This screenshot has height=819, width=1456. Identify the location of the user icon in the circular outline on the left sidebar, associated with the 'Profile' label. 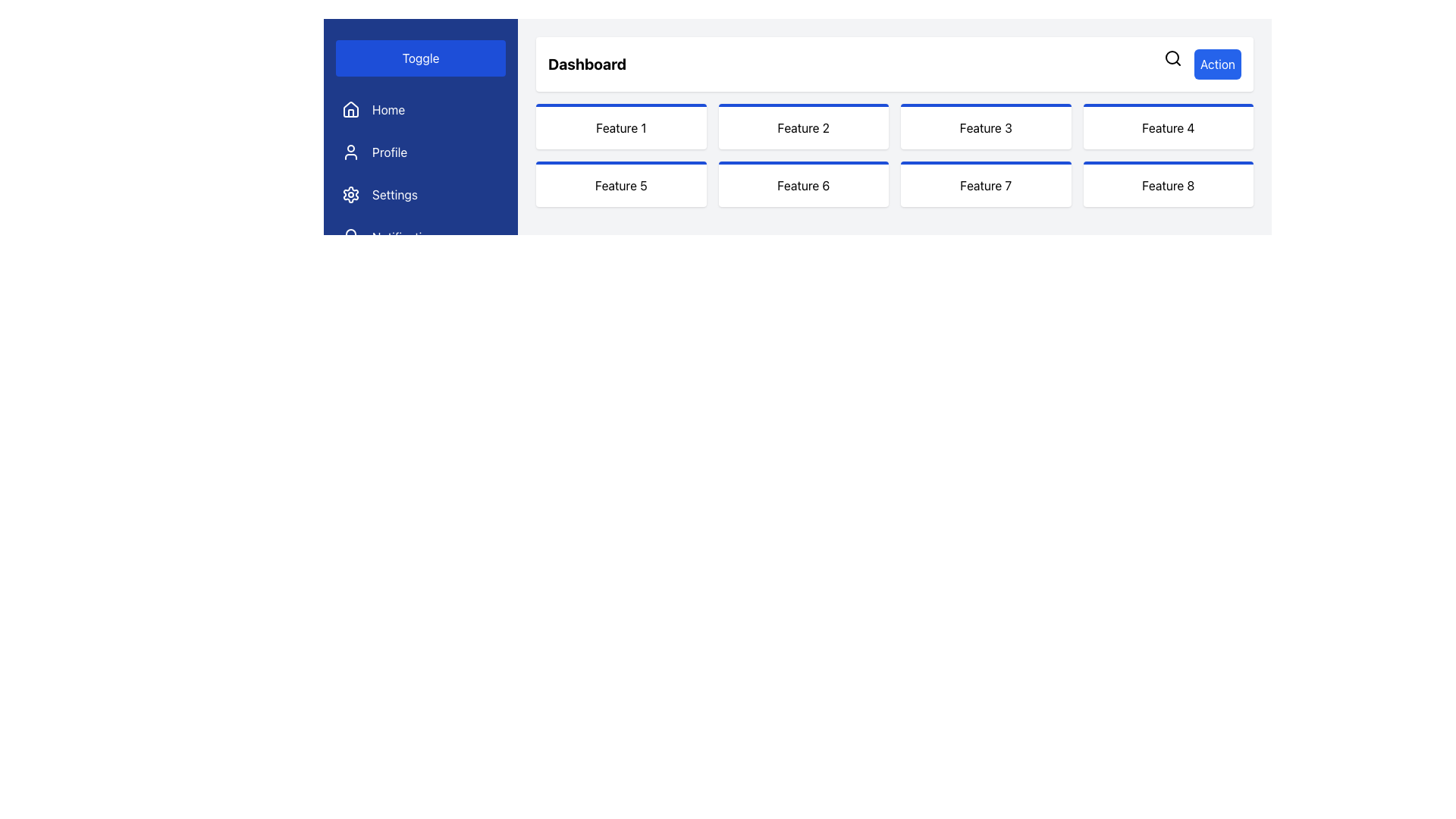
(350, 152).